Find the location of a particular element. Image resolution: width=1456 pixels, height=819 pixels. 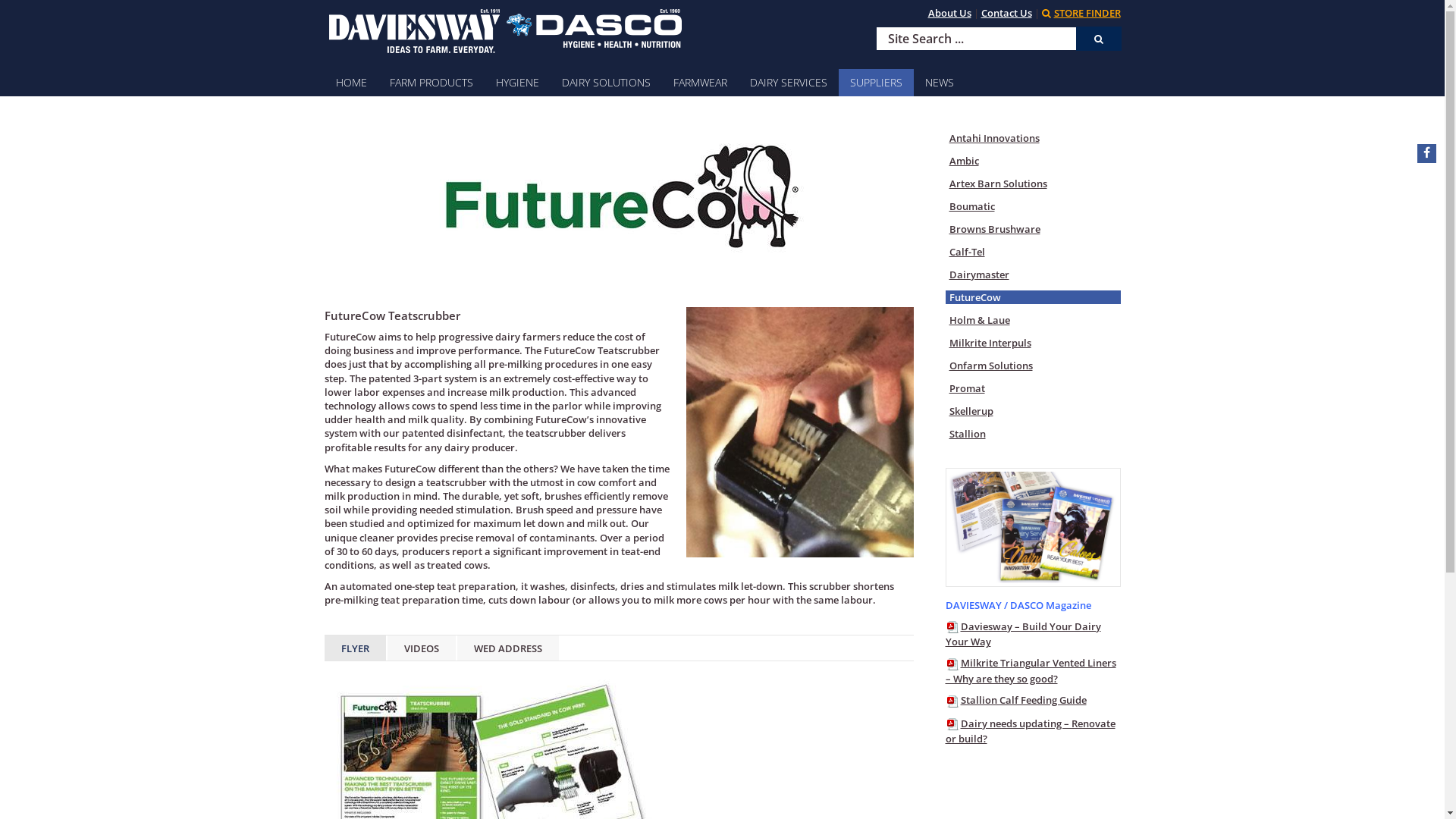

'Dairymaster' is located at coordinates (1031, 275).